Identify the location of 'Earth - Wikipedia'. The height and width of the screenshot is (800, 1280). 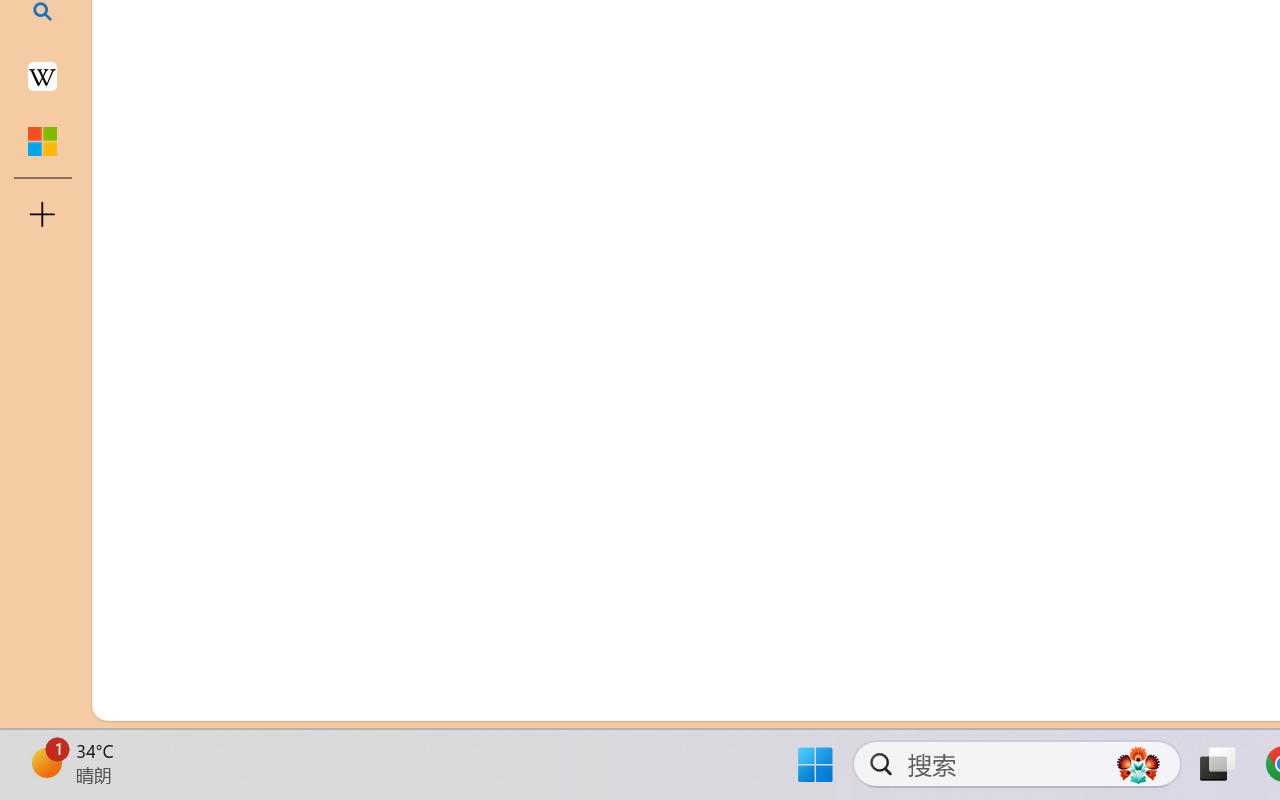
(42, 76).